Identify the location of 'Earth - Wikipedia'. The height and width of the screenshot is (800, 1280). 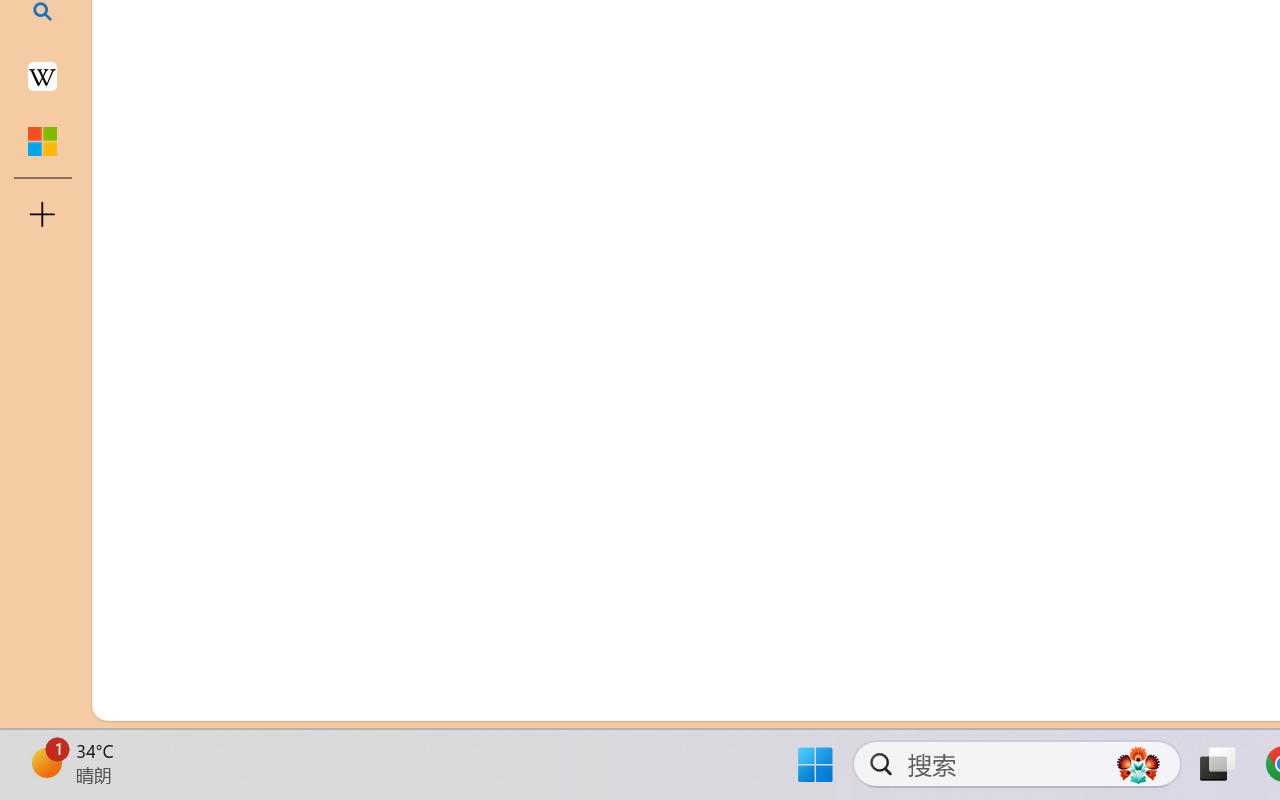
(42, 76).